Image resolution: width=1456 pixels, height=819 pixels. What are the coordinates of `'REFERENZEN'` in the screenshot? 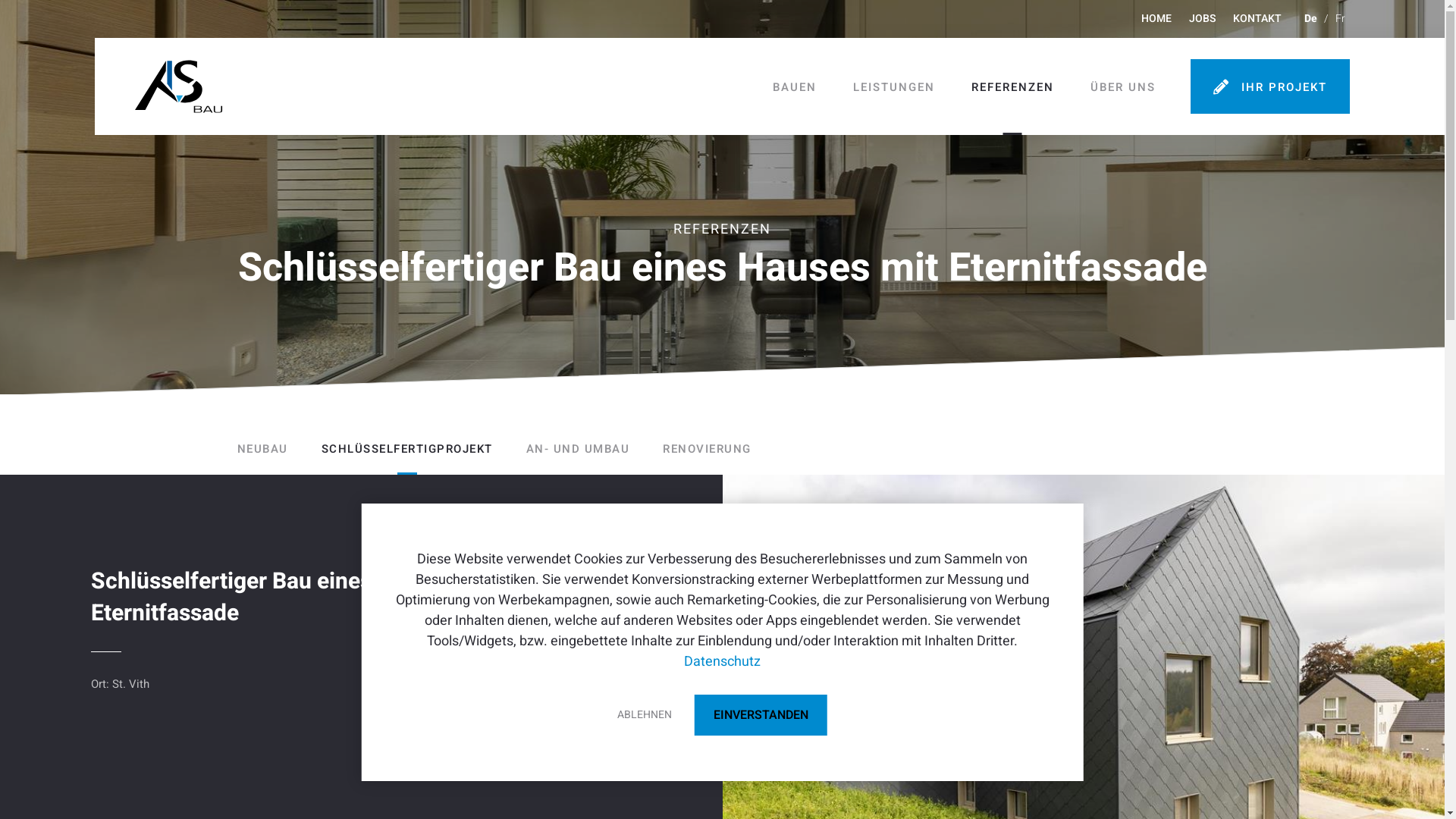 It's located at (1012, 87).